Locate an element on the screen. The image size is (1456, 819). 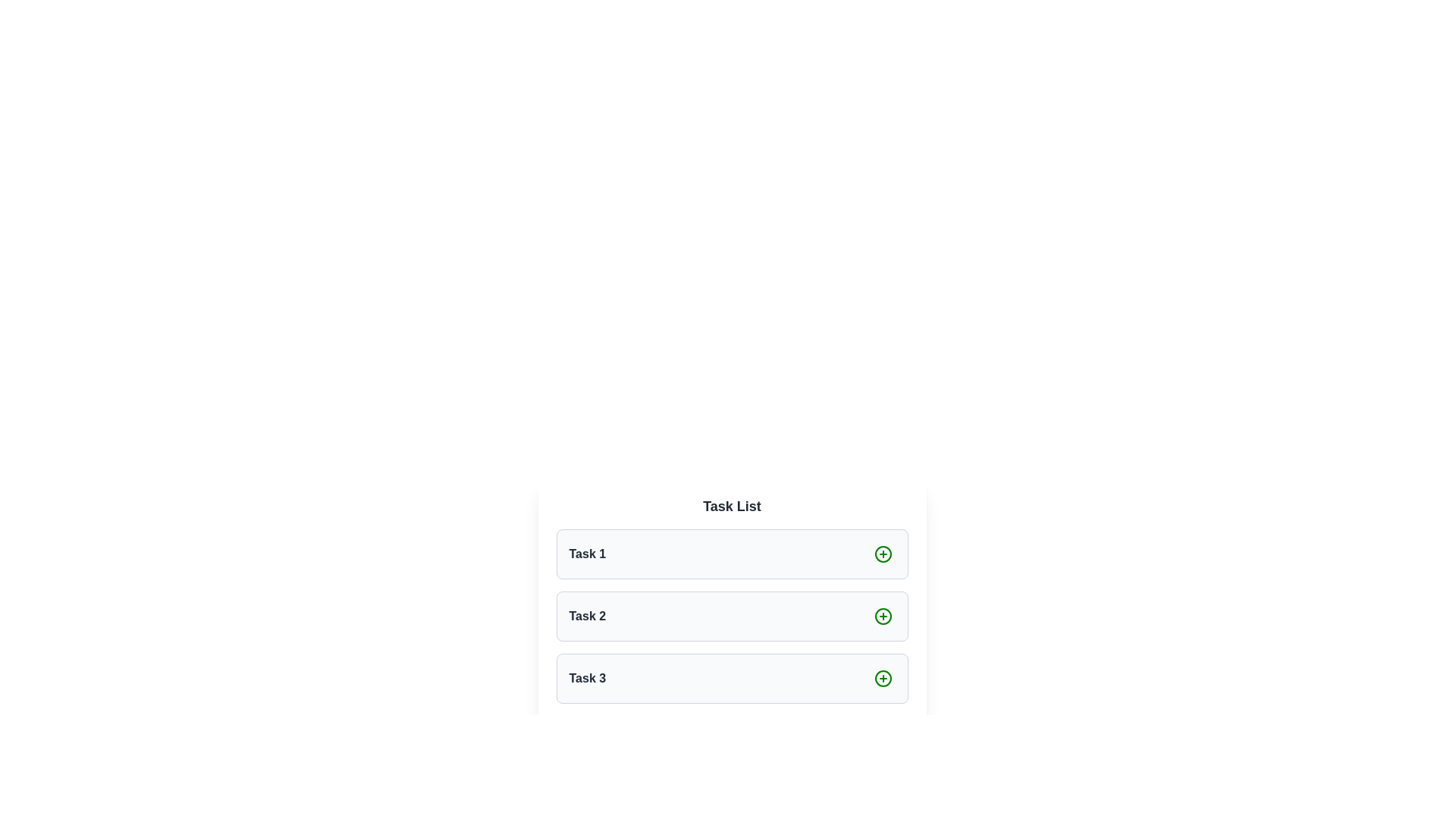
the circular green outlined plus icon located to the far right of the 'Task 3' list item is located at coordinates (883, 677).